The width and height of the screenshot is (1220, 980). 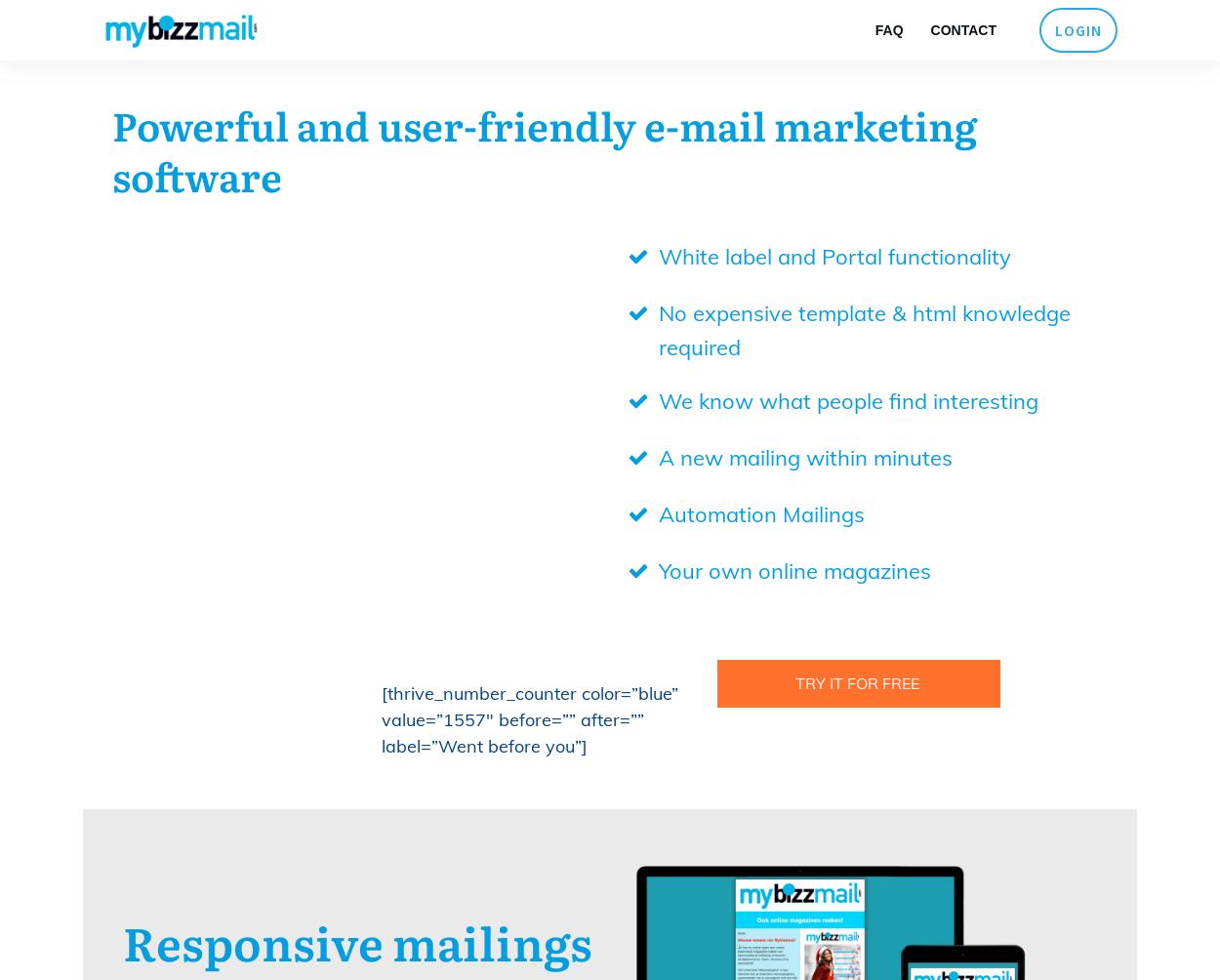 What do you see at coordinates (874, 30) in the screenshot?
I see `'FAQ'` at bounding box center [874, 30].